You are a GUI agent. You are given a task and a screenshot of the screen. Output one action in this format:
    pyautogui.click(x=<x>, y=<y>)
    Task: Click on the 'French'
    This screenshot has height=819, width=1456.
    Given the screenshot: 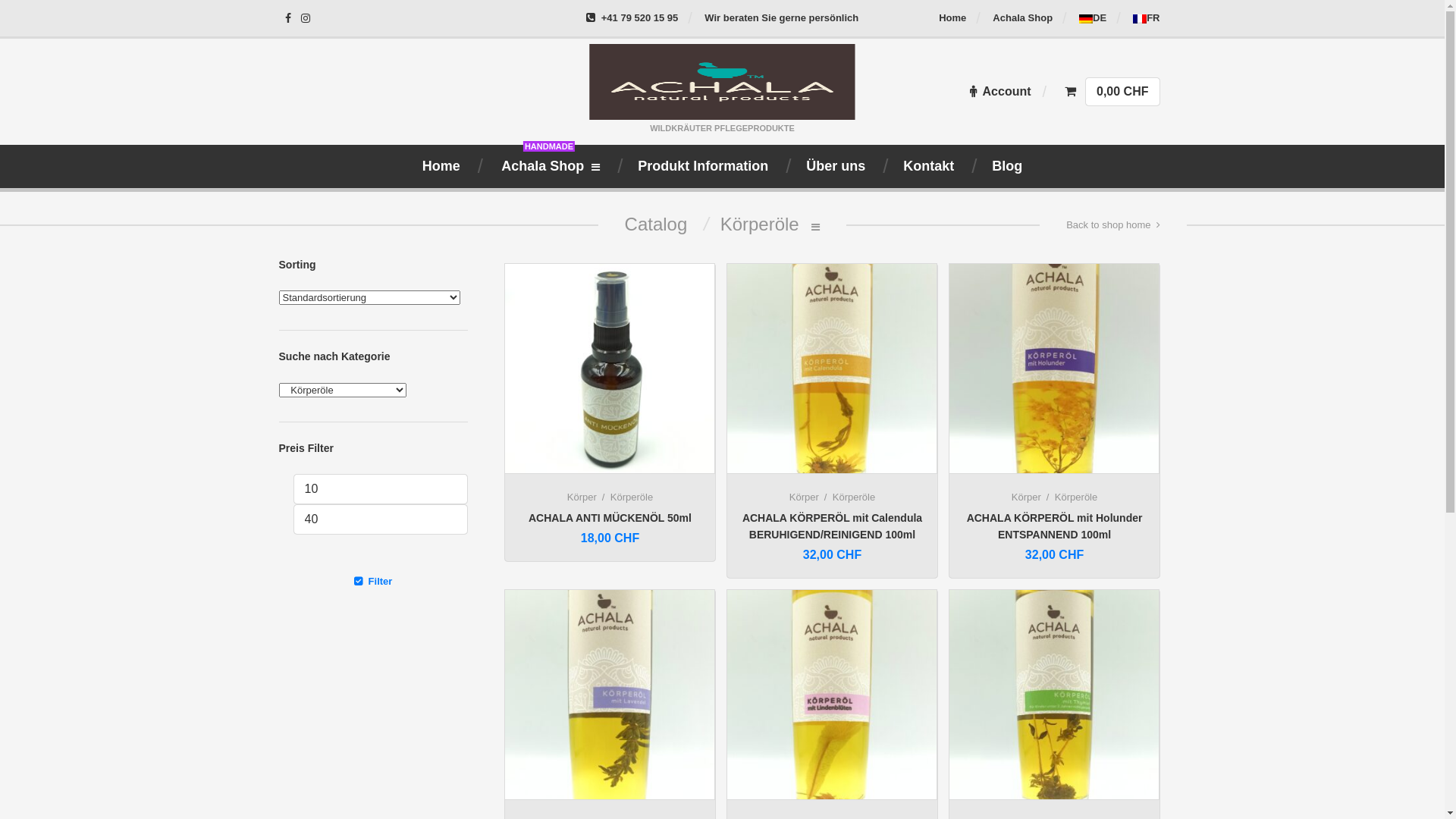 What is the action you would take?
    pyautogui.click(x=1139, y=18)
    